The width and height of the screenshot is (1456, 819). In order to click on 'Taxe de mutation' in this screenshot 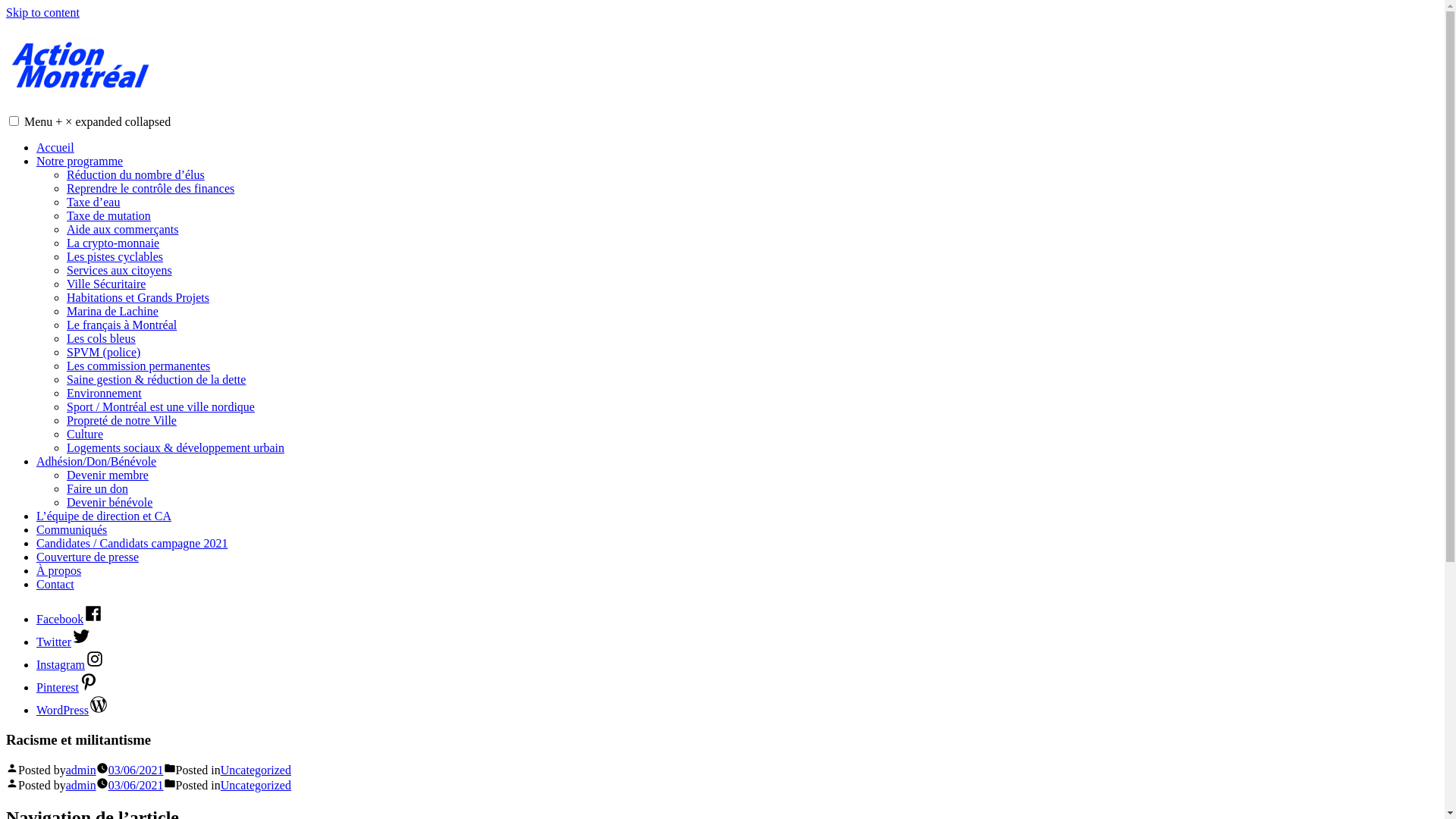, I will do `click(108, 215)`.